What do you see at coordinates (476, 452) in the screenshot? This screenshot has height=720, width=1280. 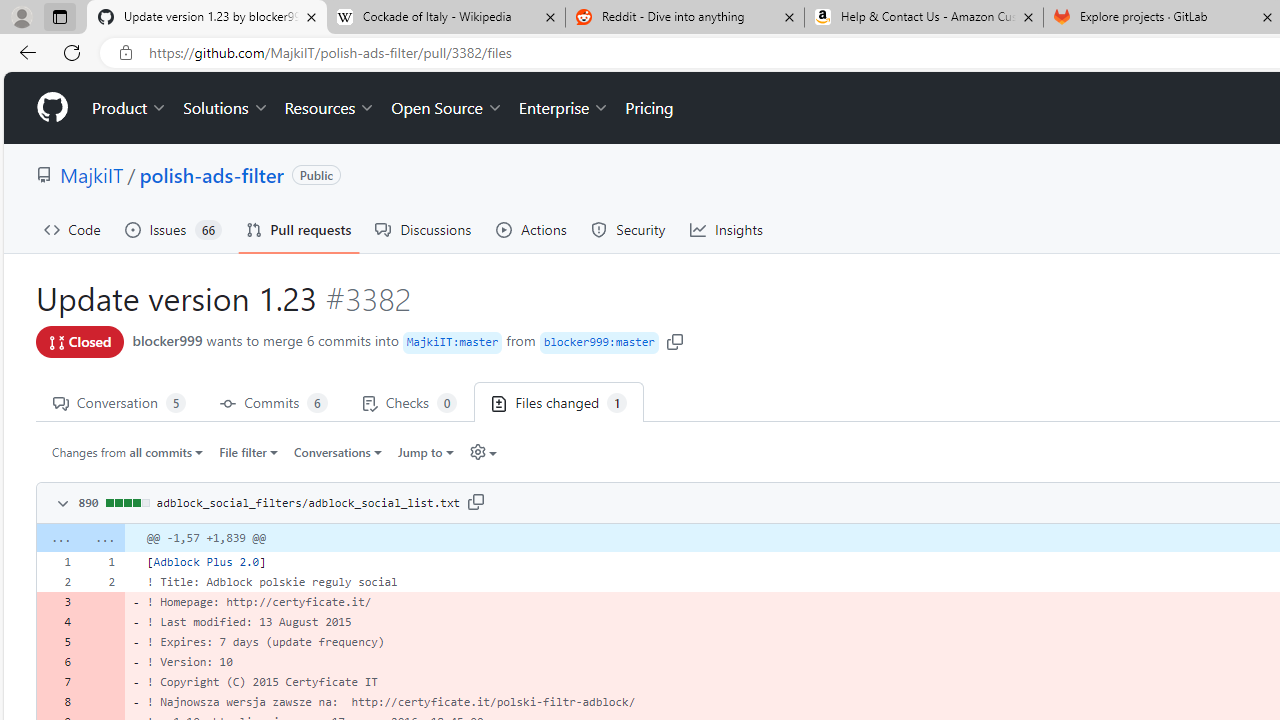 I see `'Diff settings'` at bounding box center [476, 452].